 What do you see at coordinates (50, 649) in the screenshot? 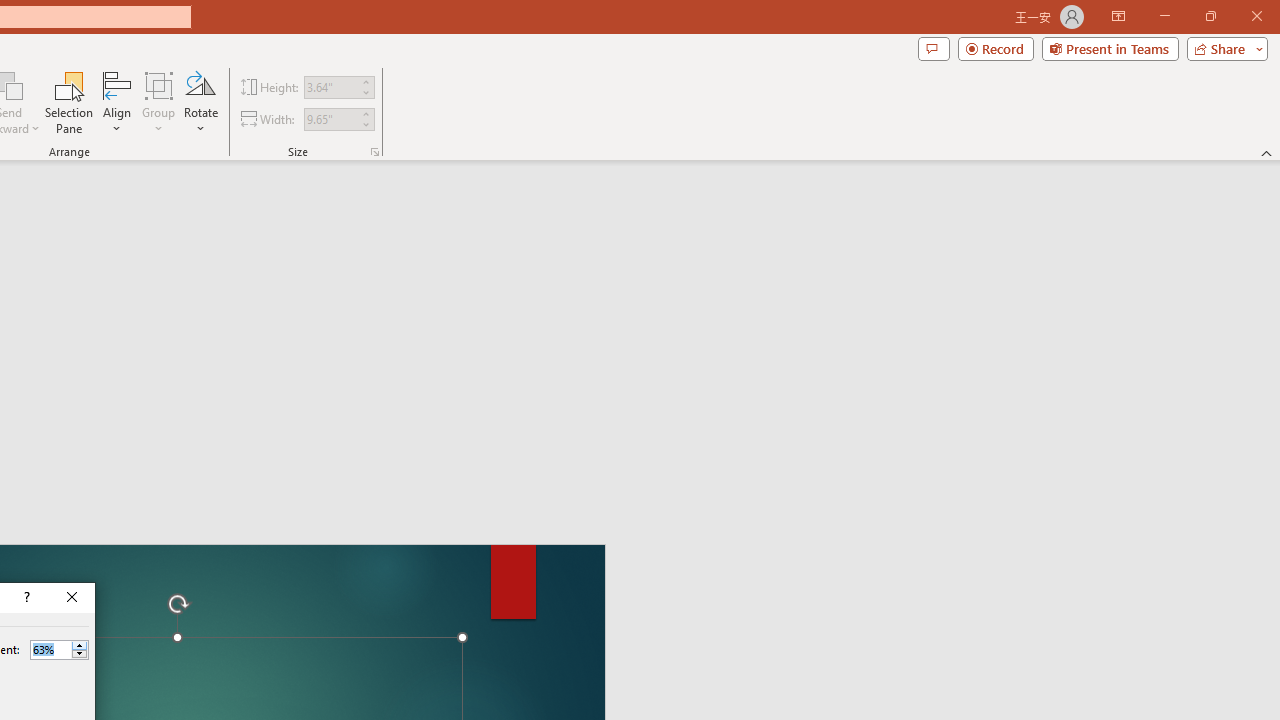
I see `'Percent'` at bounding box center [50, 649].